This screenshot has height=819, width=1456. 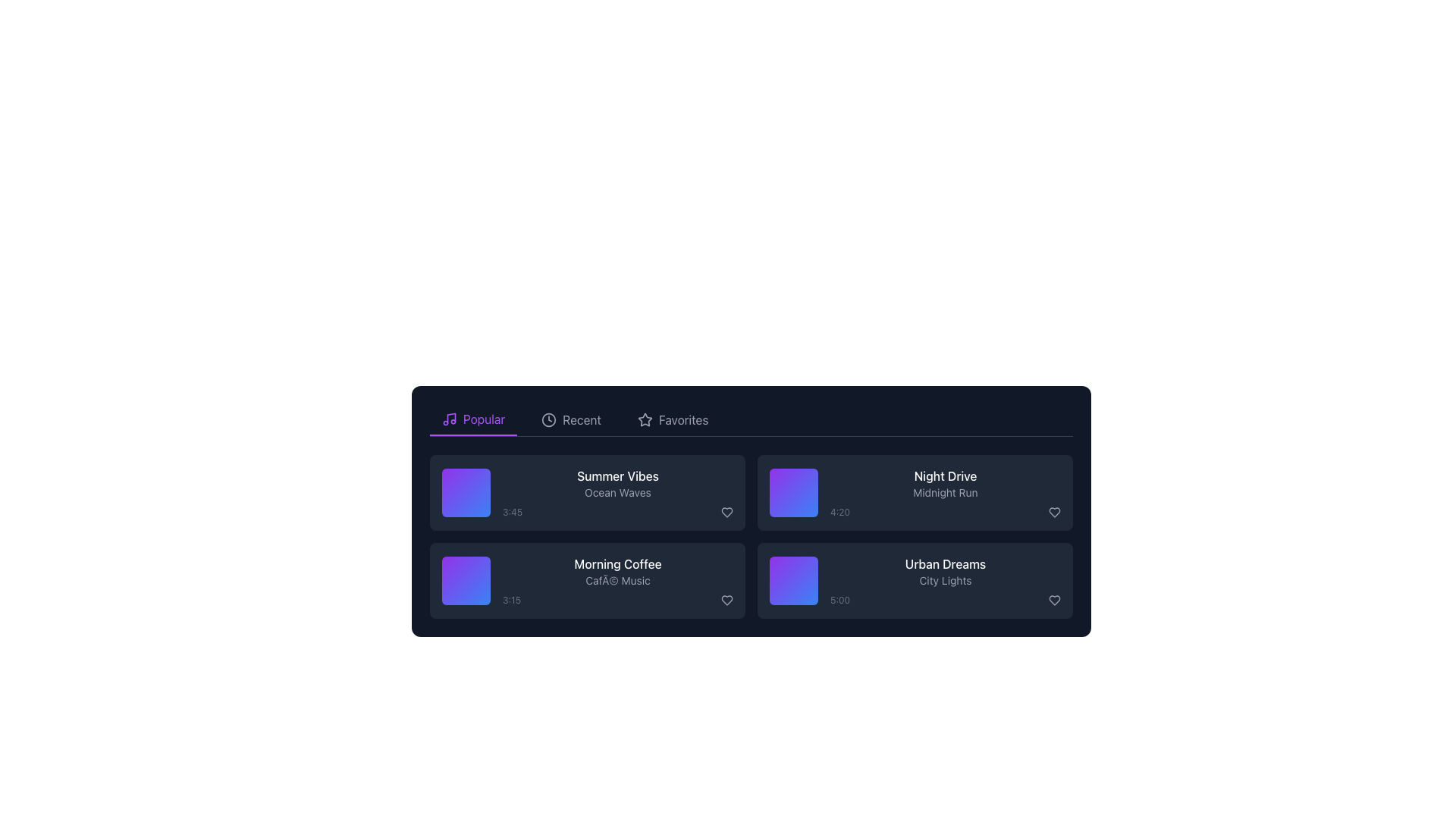 I want to click on the text label that conveys the title or name of the content, located at the top-right section of the card, specifically in the second column of elements, so click(x=945, y=475).